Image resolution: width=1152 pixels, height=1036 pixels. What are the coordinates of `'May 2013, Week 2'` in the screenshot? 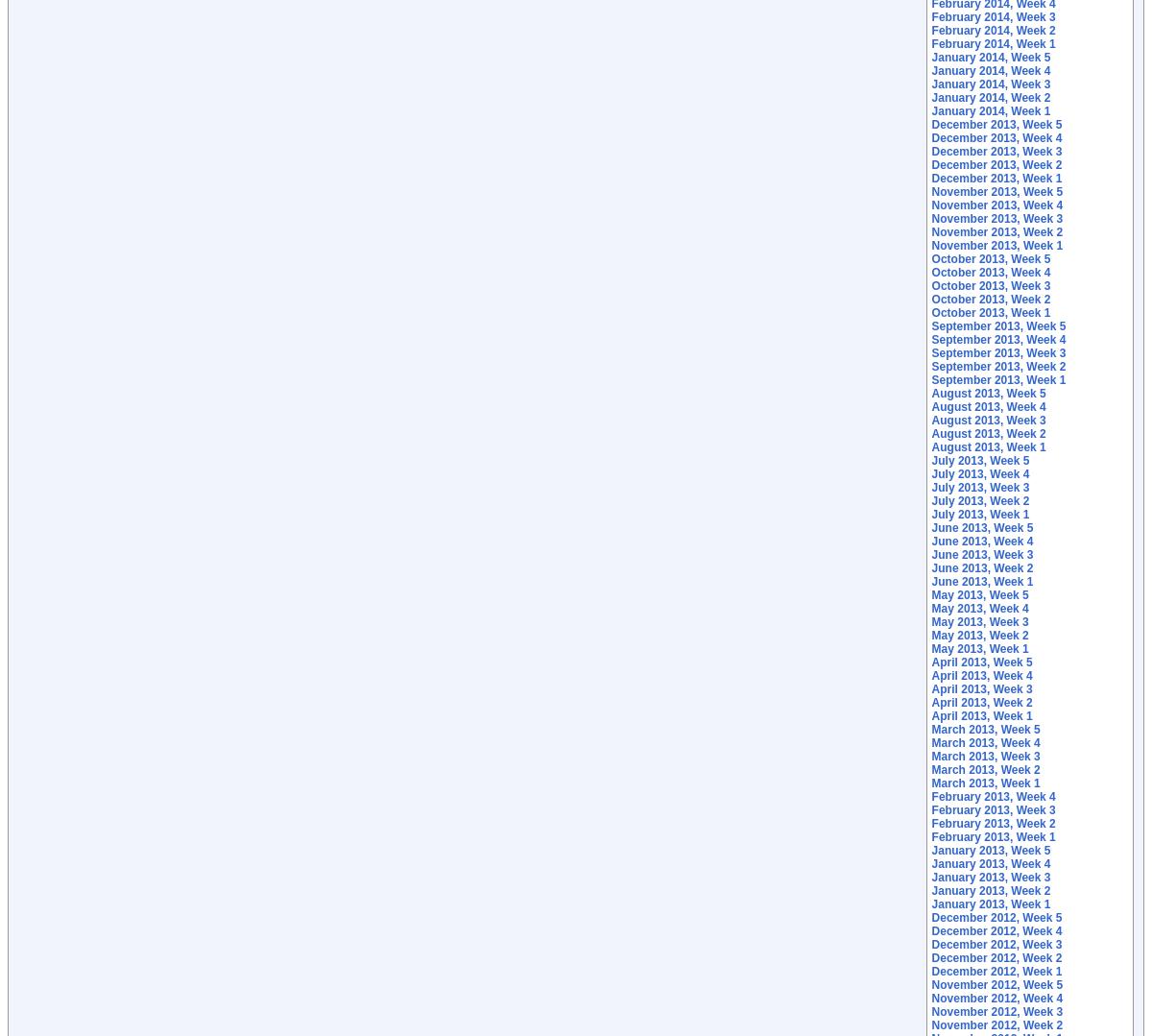 It's located at (979, 634).